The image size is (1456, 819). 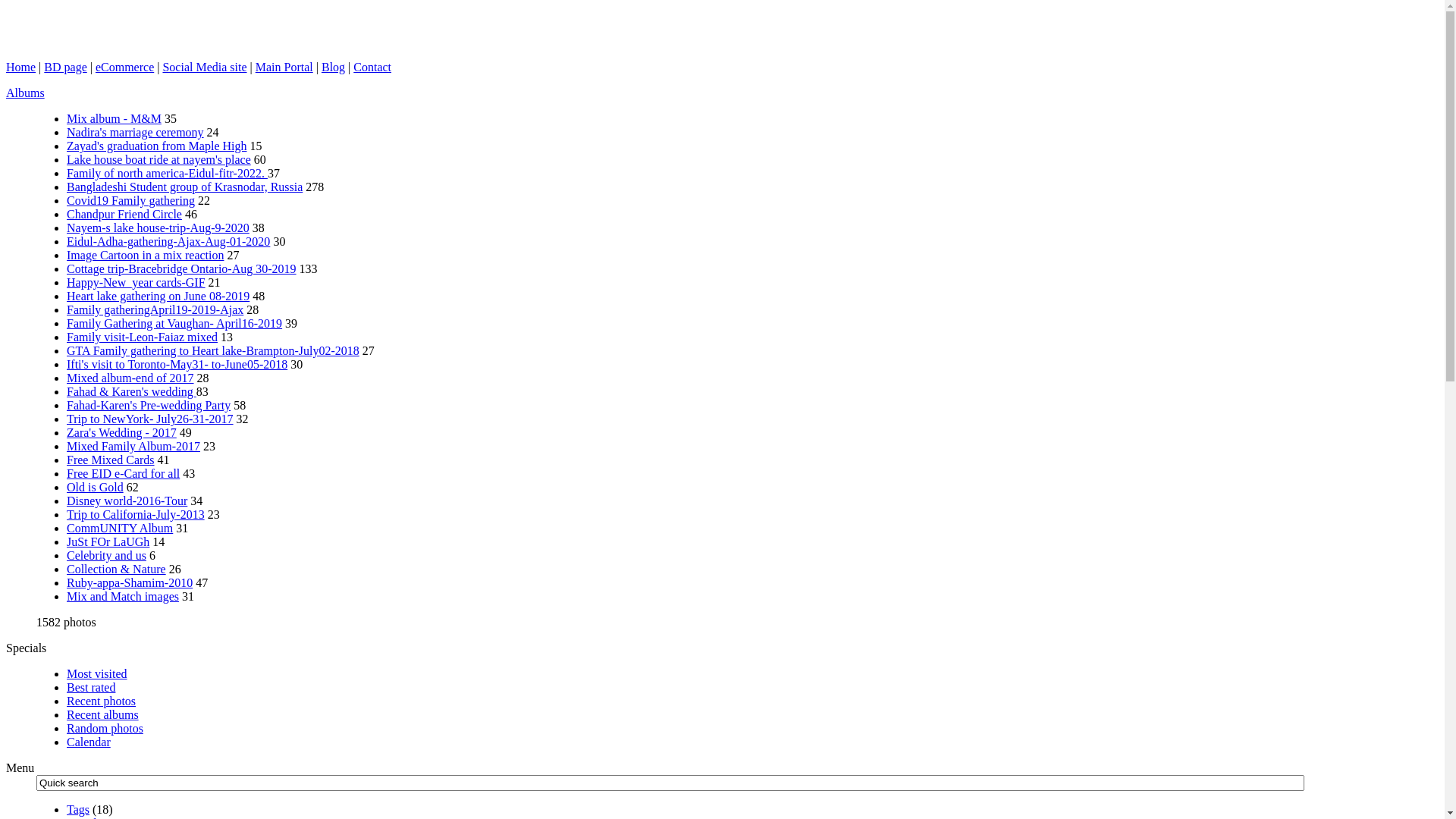 What do you see at coordinates (65, 172) in the screenshot?
I see `'Family of north america-Eidul-fitr-2022.'` at bounding box center [65, 172].